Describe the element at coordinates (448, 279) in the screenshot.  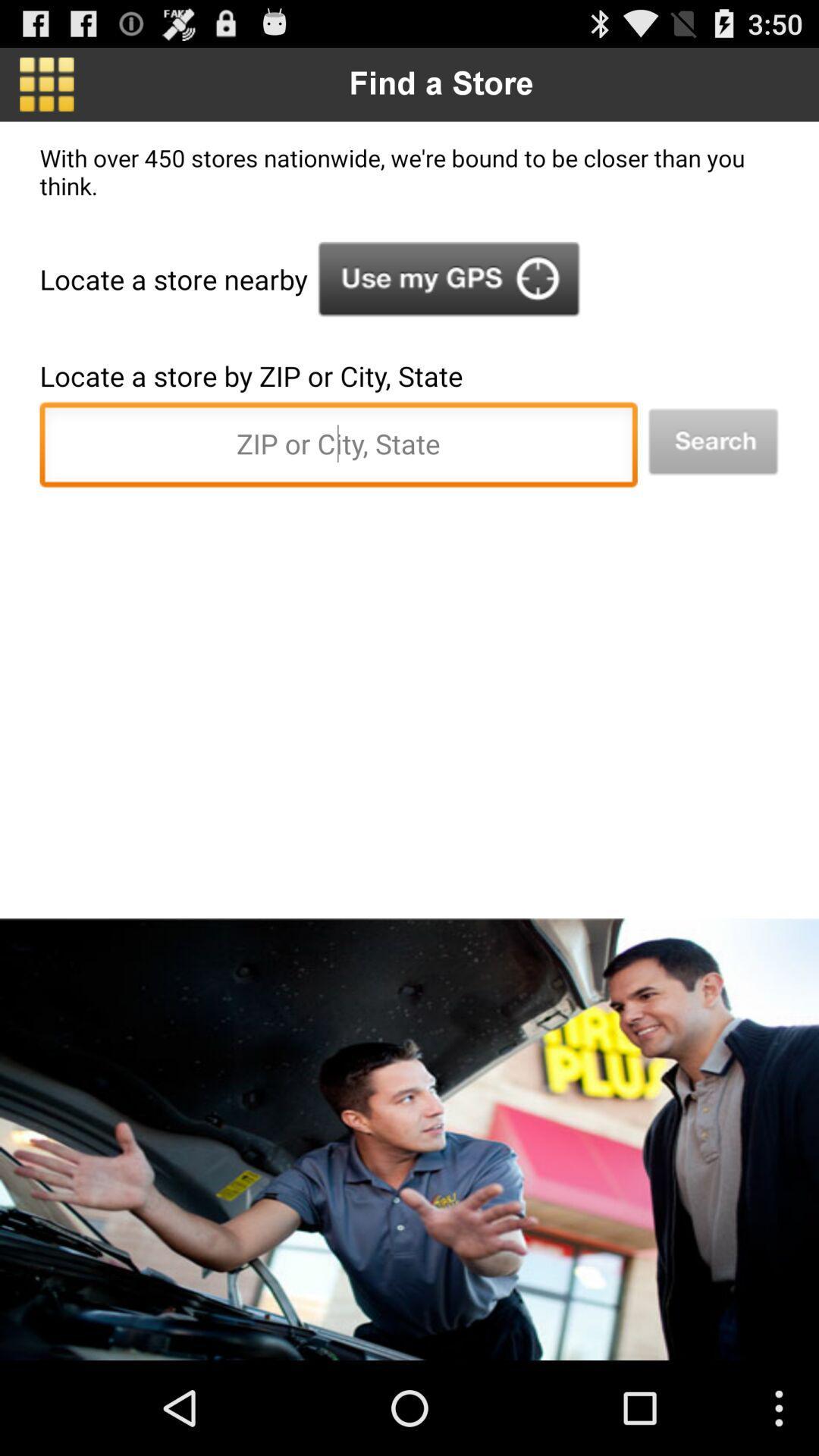
I see `the app below the with over 450 icon` at that location.